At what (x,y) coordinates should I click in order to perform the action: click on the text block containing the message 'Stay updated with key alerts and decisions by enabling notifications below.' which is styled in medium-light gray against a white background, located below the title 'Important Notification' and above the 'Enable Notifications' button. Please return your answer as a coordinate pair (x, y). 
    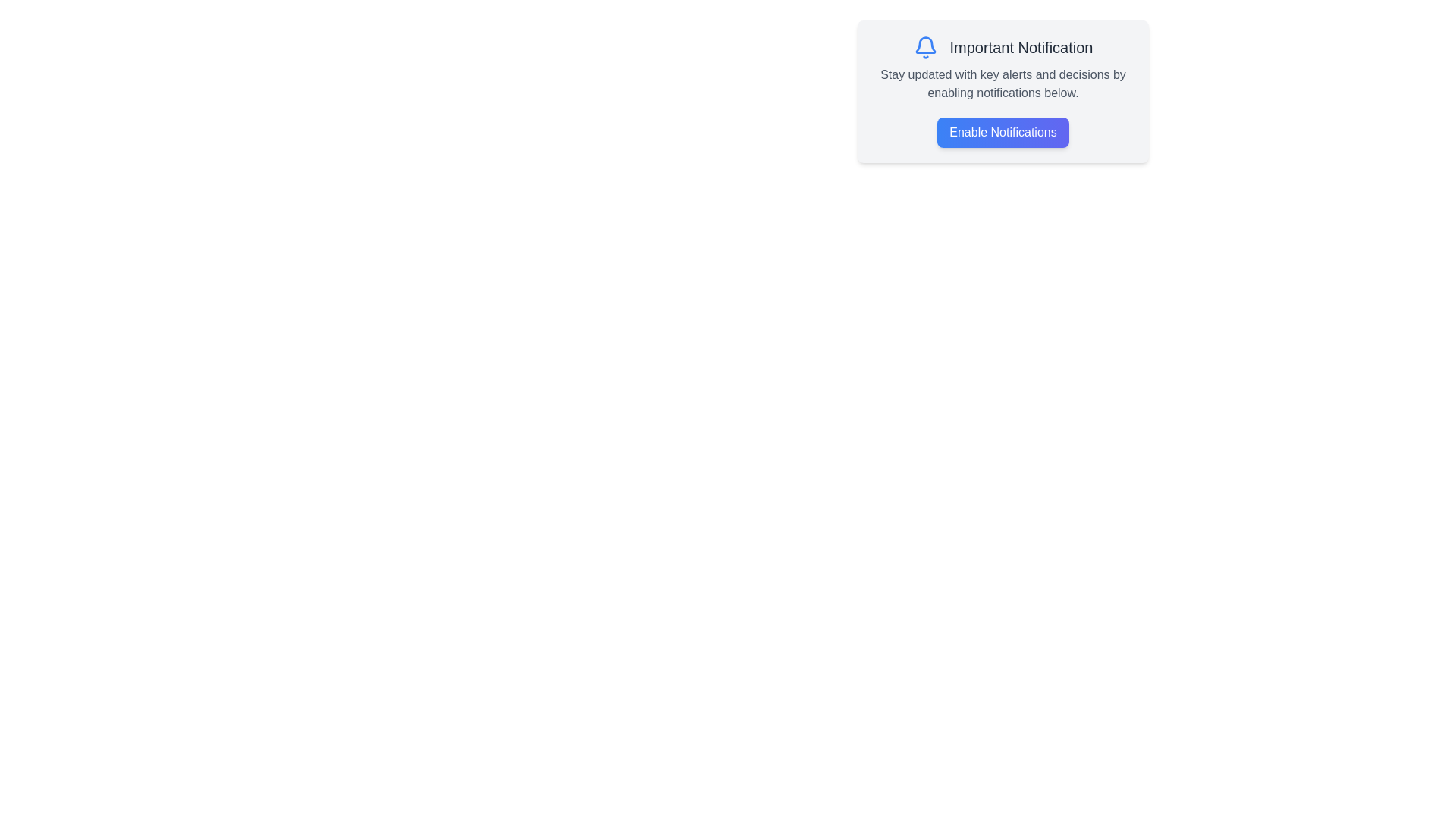
    Looking at the image, I should click on (1003, 84).